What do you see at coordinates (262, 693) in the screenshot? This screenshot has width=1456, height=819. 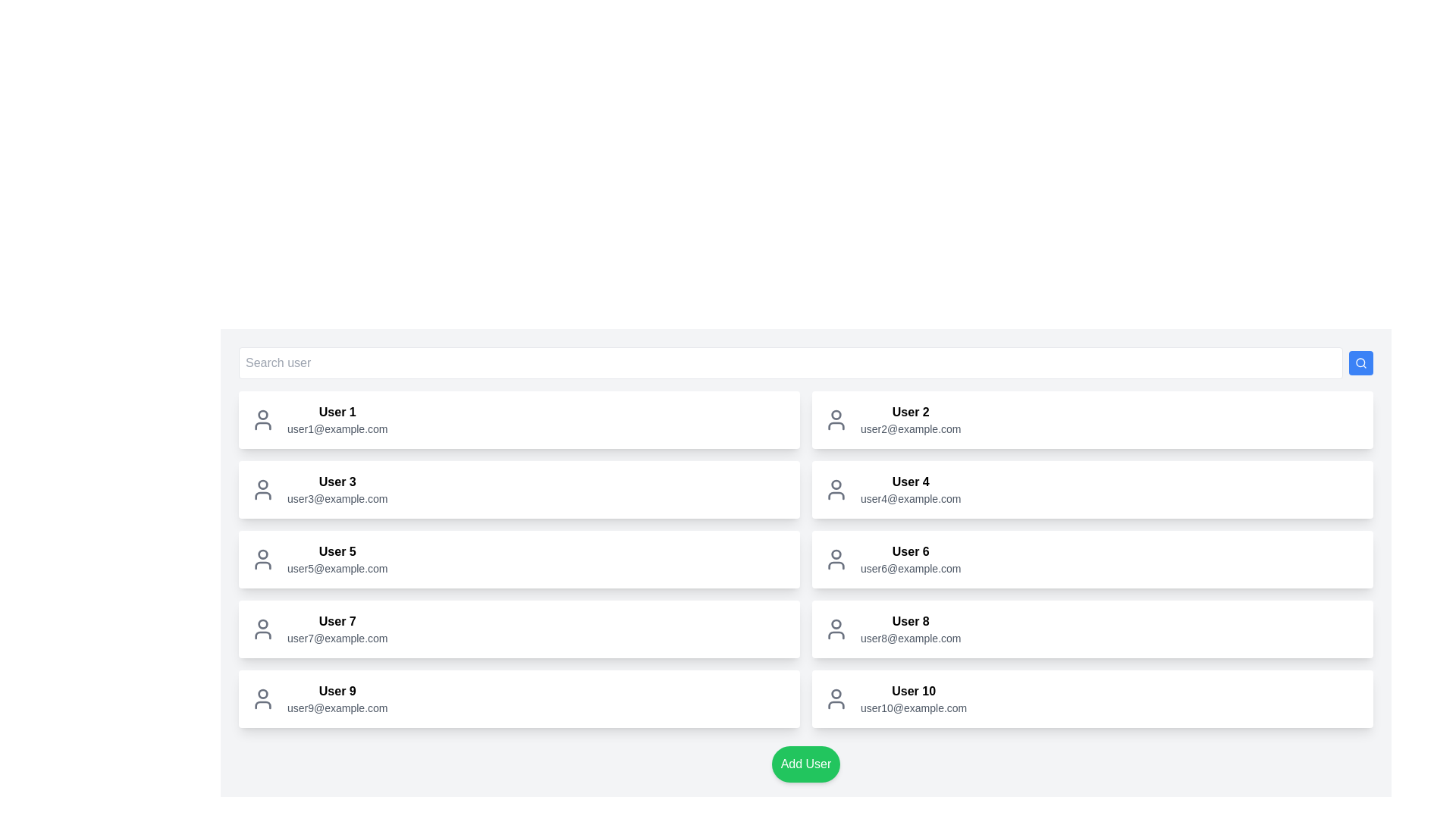 I see `the circular area at the top of the user icon representing the user's head in the user card labeled 'User 9'` at bounding box center [262, 693].